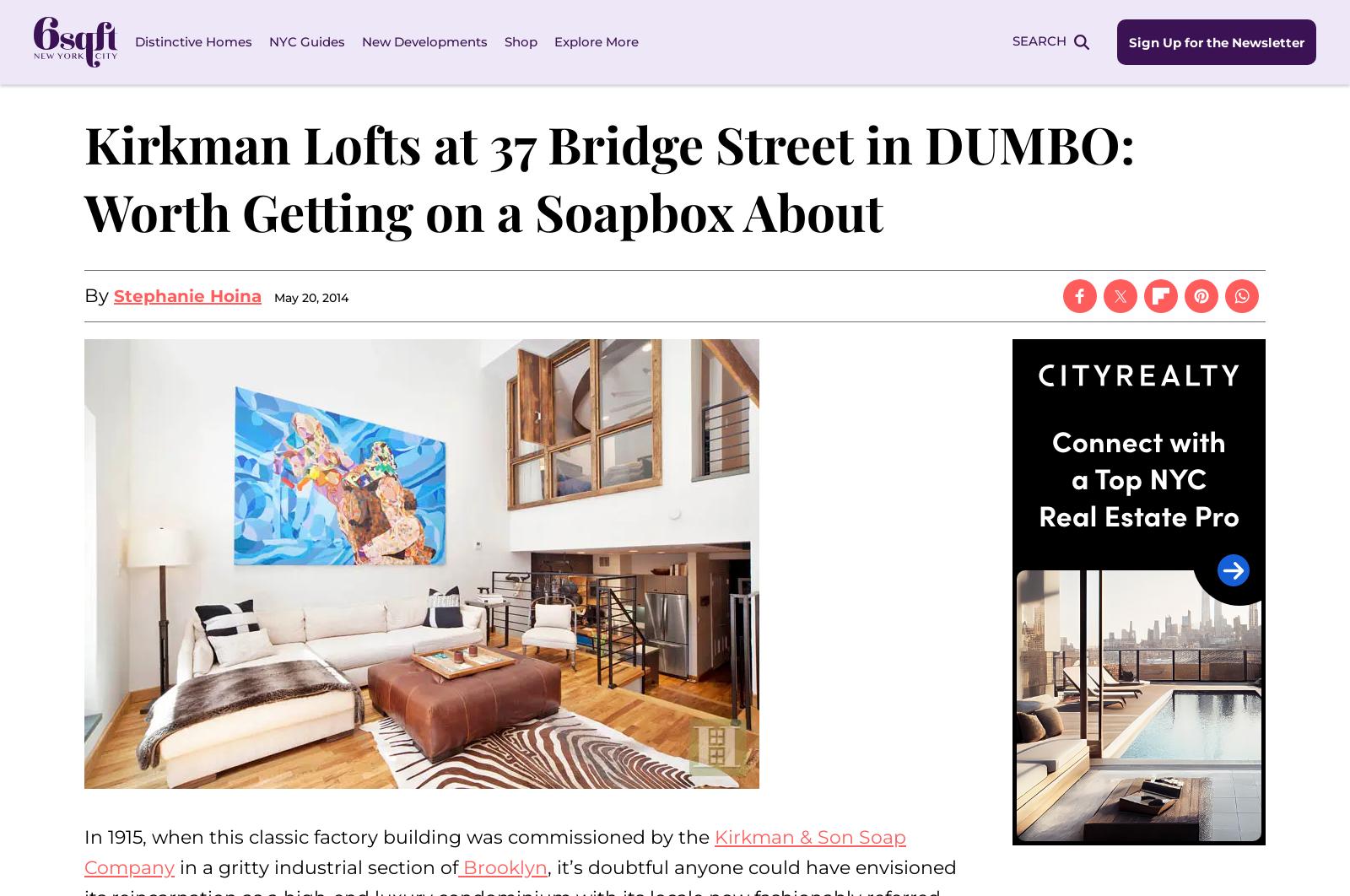 The width and height of the screenshot is (1350, 896). What do you see at coordinates (597, 41) in the screenshot?
I see `'Explore More'` at bounding box center [597, 41].